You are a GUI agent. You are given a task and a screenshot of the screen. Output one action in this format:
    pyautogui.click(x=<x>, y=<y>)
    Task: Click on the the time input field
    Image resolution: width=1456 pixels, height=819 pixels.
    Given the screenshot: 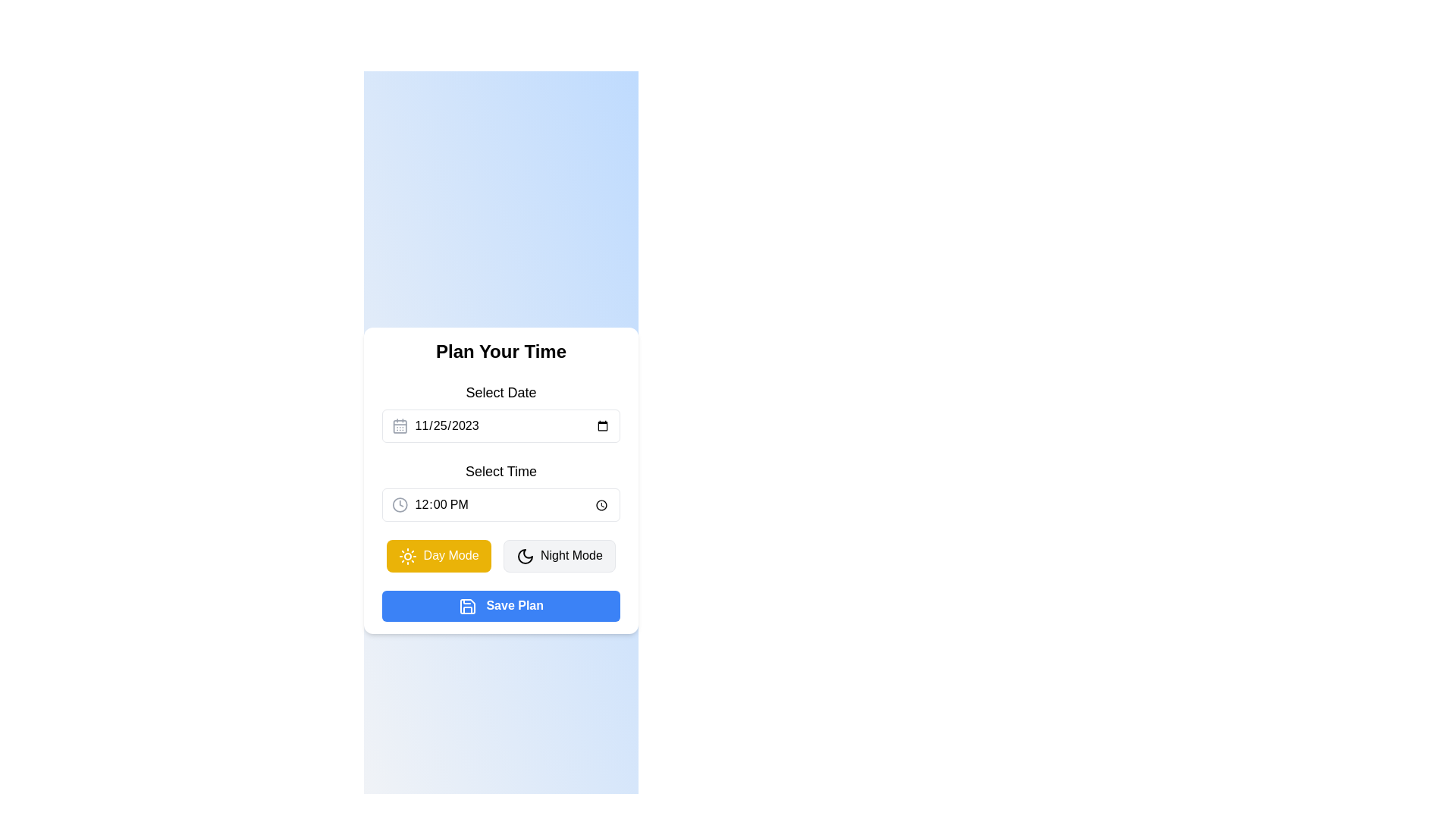 What is the action you would take?
    pyautogui.click(x=501, y=491)
    